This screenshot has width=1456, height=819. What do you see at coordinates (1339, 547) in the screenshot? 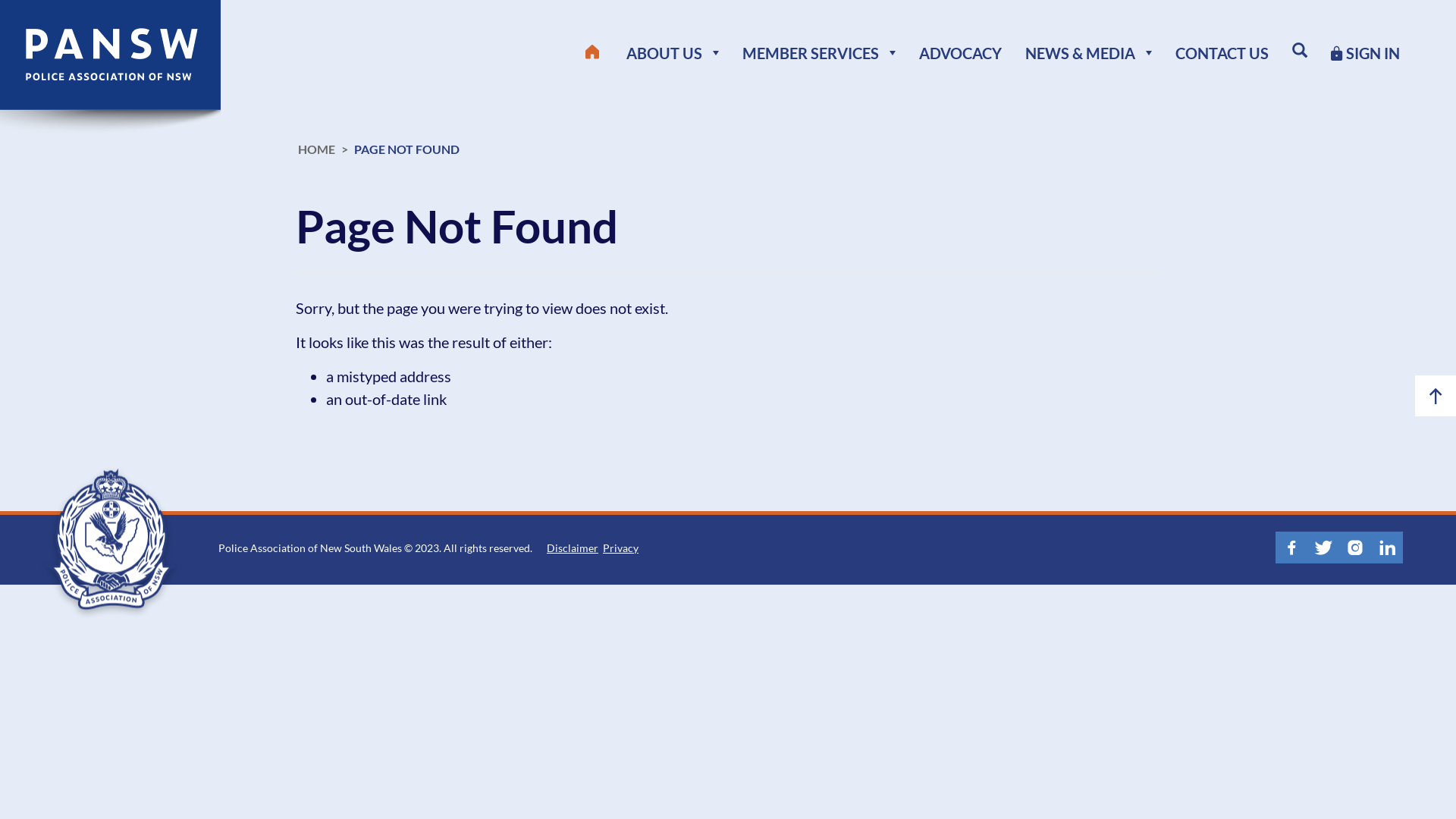
I see `'Instagram'` at bounding box center [1339, 547].